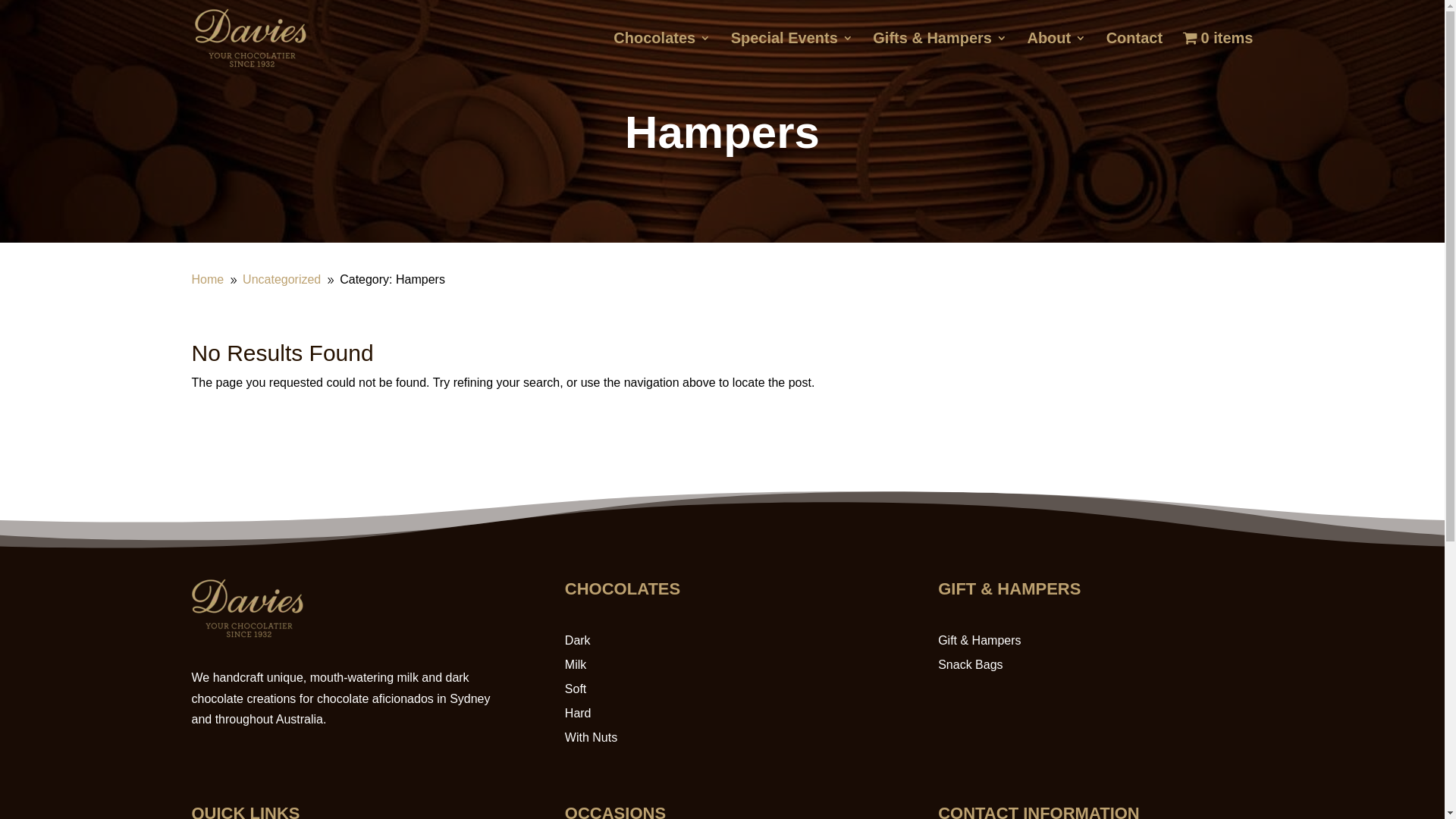  I want to click on 'With Nuts', so click(590, 736).